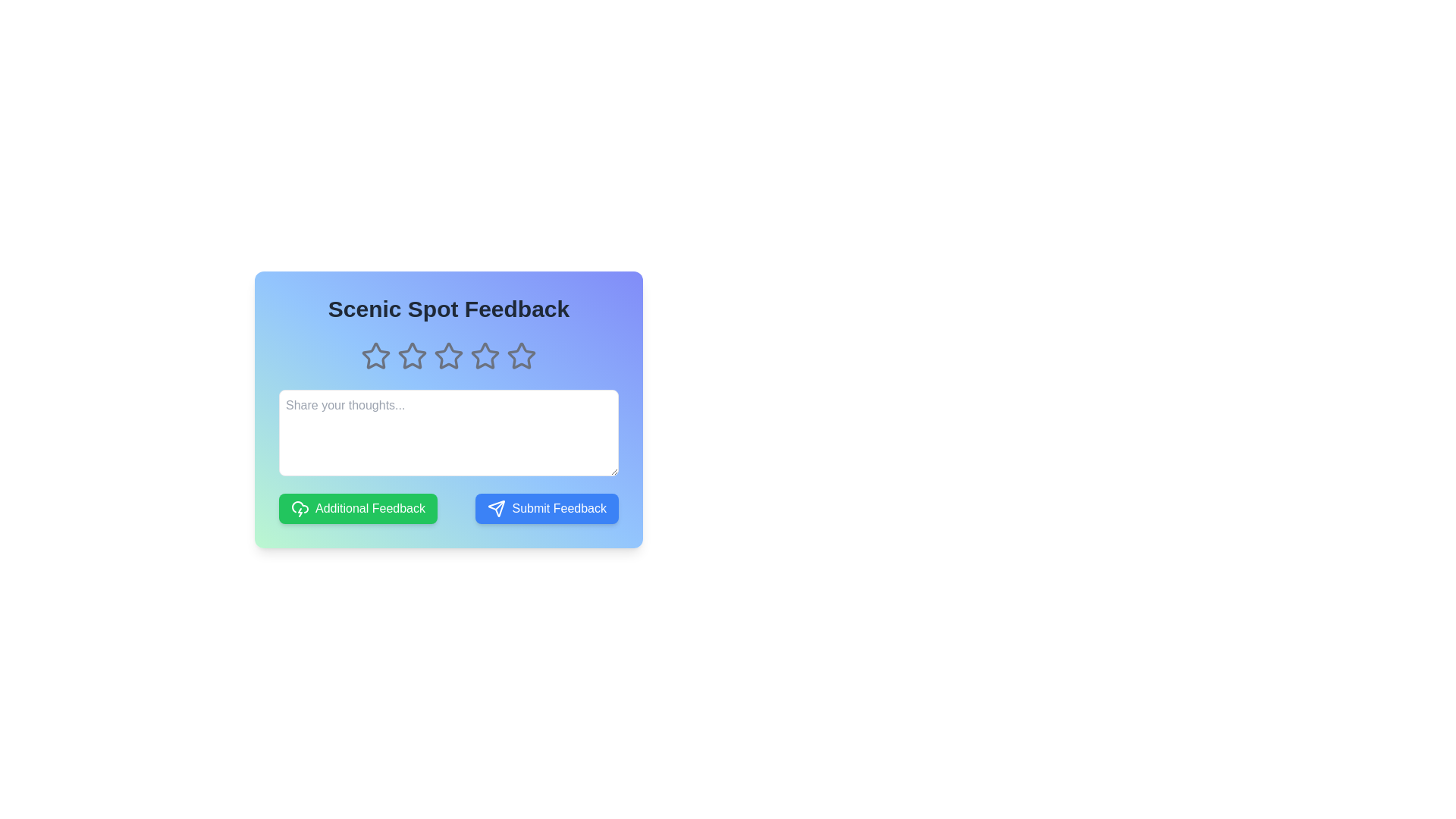  What do you see at coordinates (484, 356) in the screenshot?
I see `the star corresponding to the desired rating 4` at bounding box center [484, 356].